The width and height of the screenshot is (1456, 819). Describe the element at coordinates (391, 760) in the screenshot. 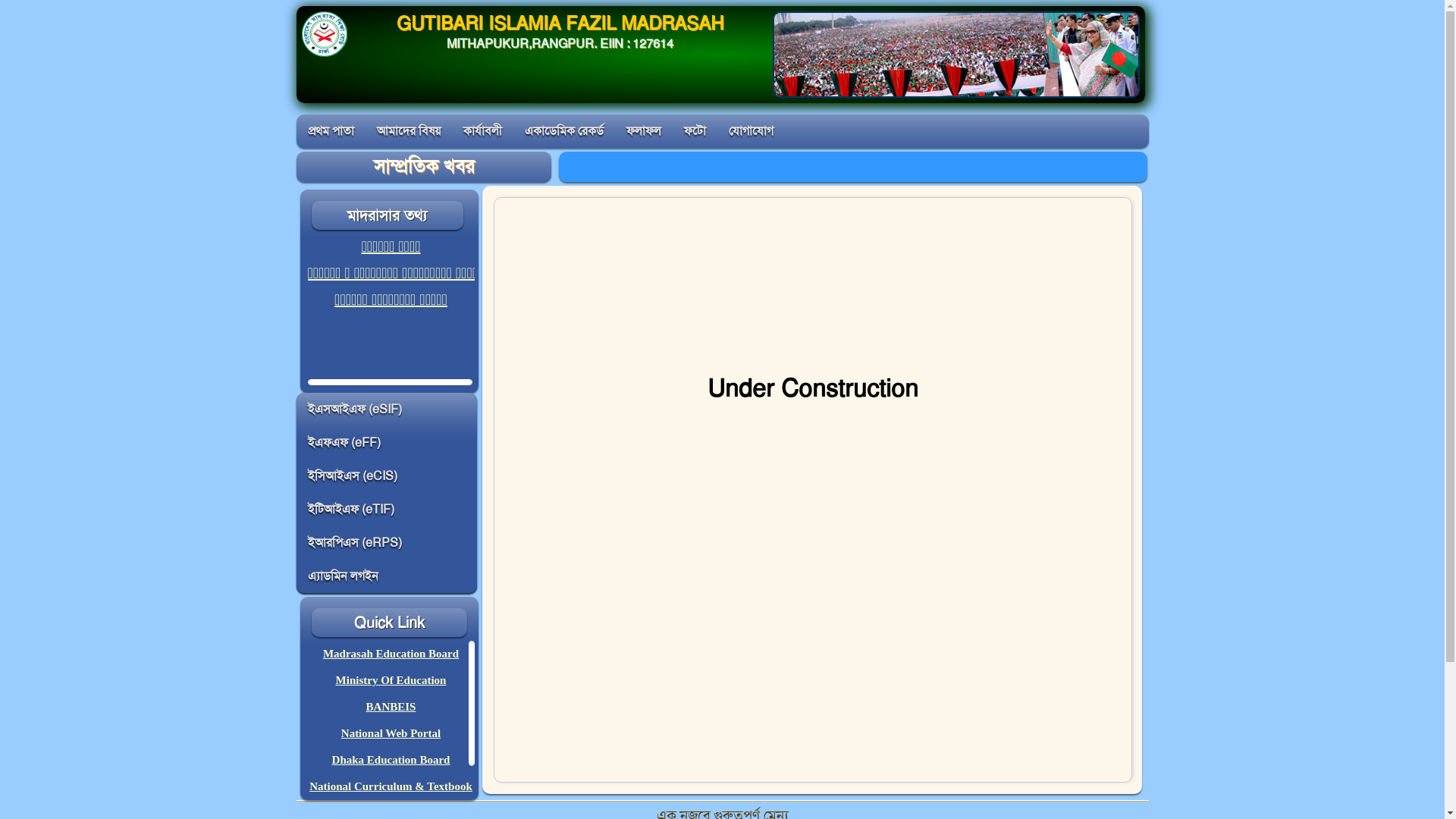

I see `'Dhaka Education Board'` at that location.